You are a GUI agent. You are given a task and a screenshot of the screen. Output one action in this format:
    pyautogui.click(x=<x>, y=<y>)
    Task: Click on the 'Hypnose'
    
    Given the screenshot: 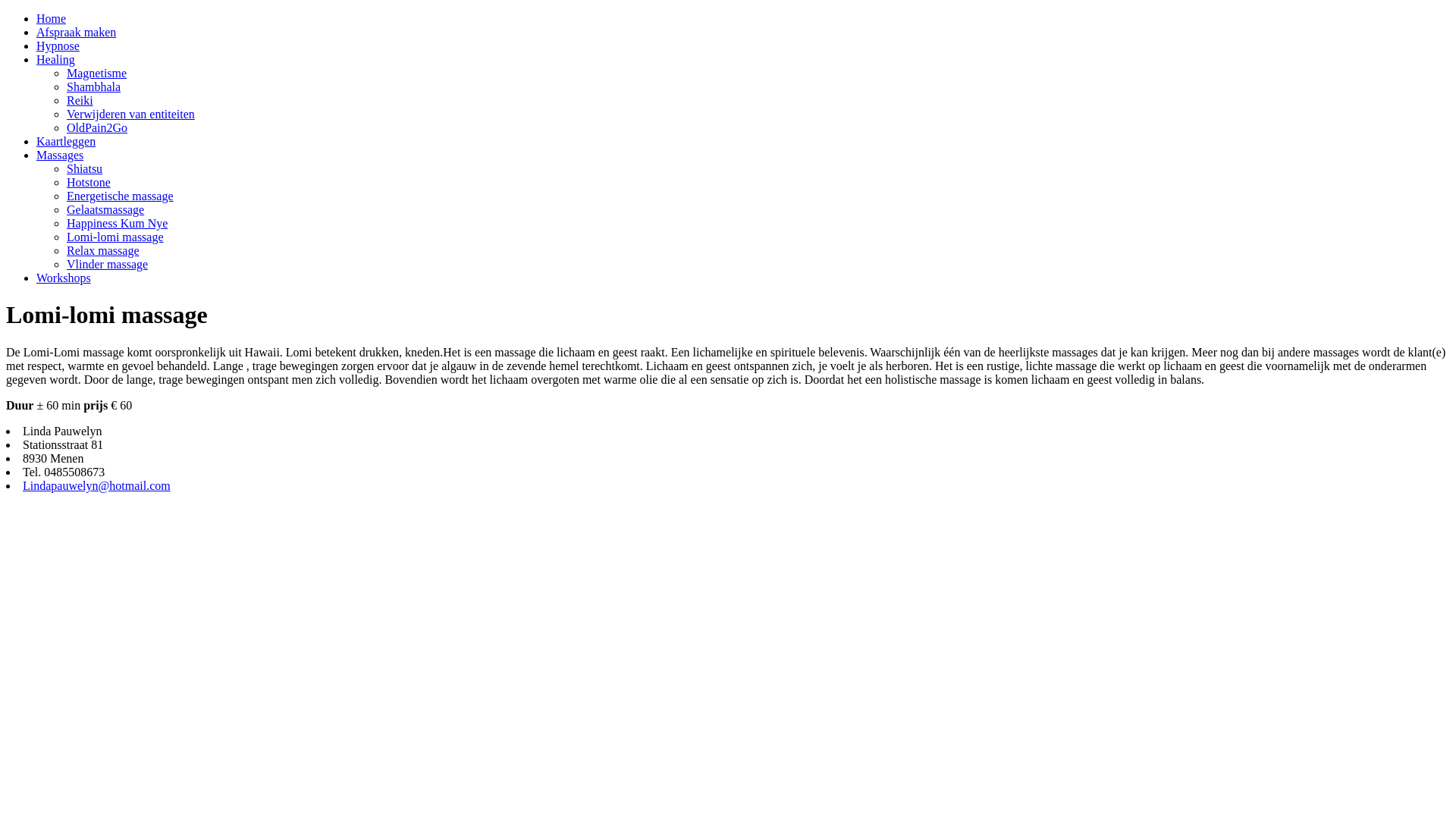 What is the action you would take?
    pyautogui.click(x=58, y=45)
    